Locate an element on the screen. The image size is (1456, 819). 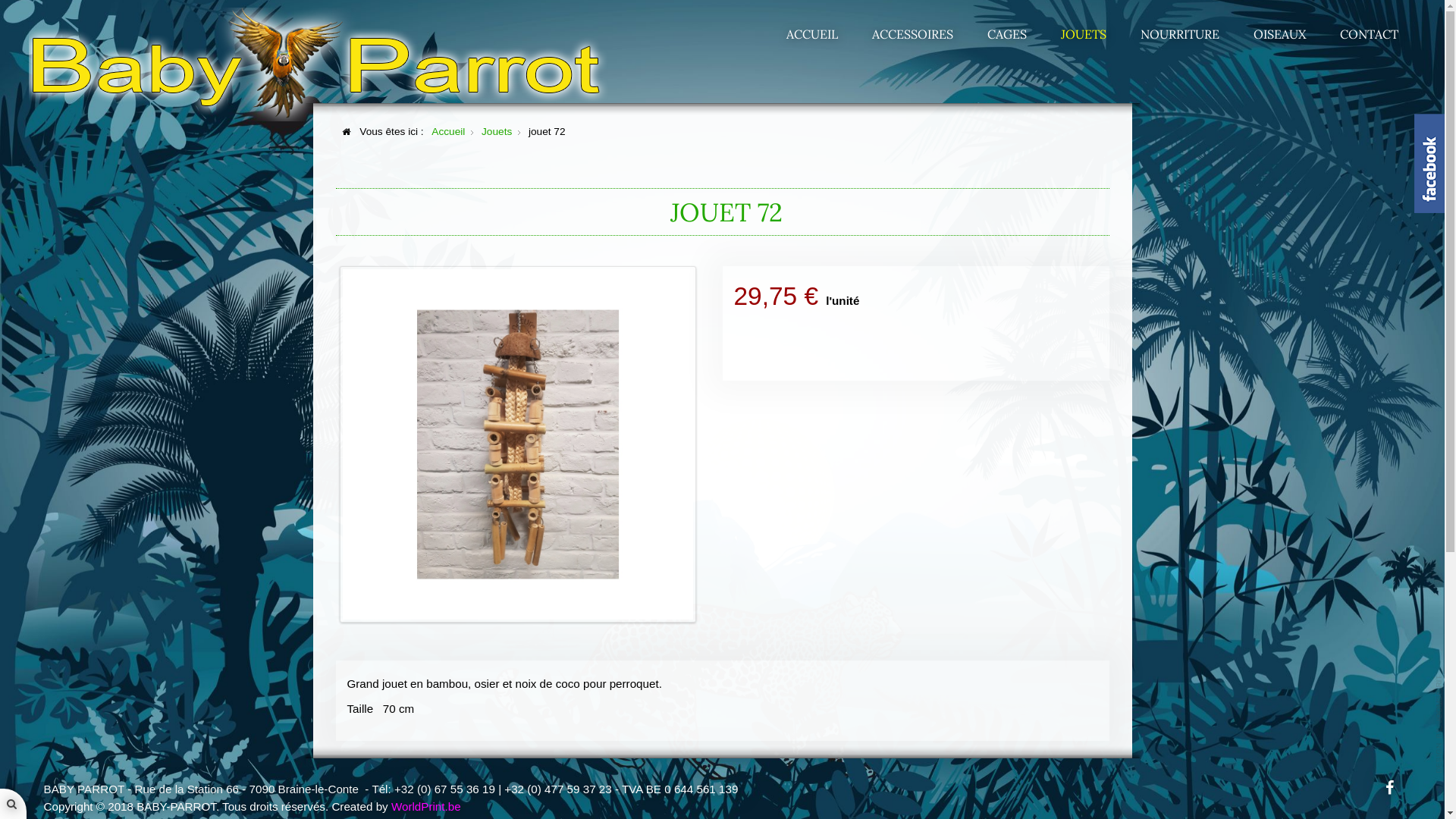
'JOUETS' is located at coordinates (1083, 34).